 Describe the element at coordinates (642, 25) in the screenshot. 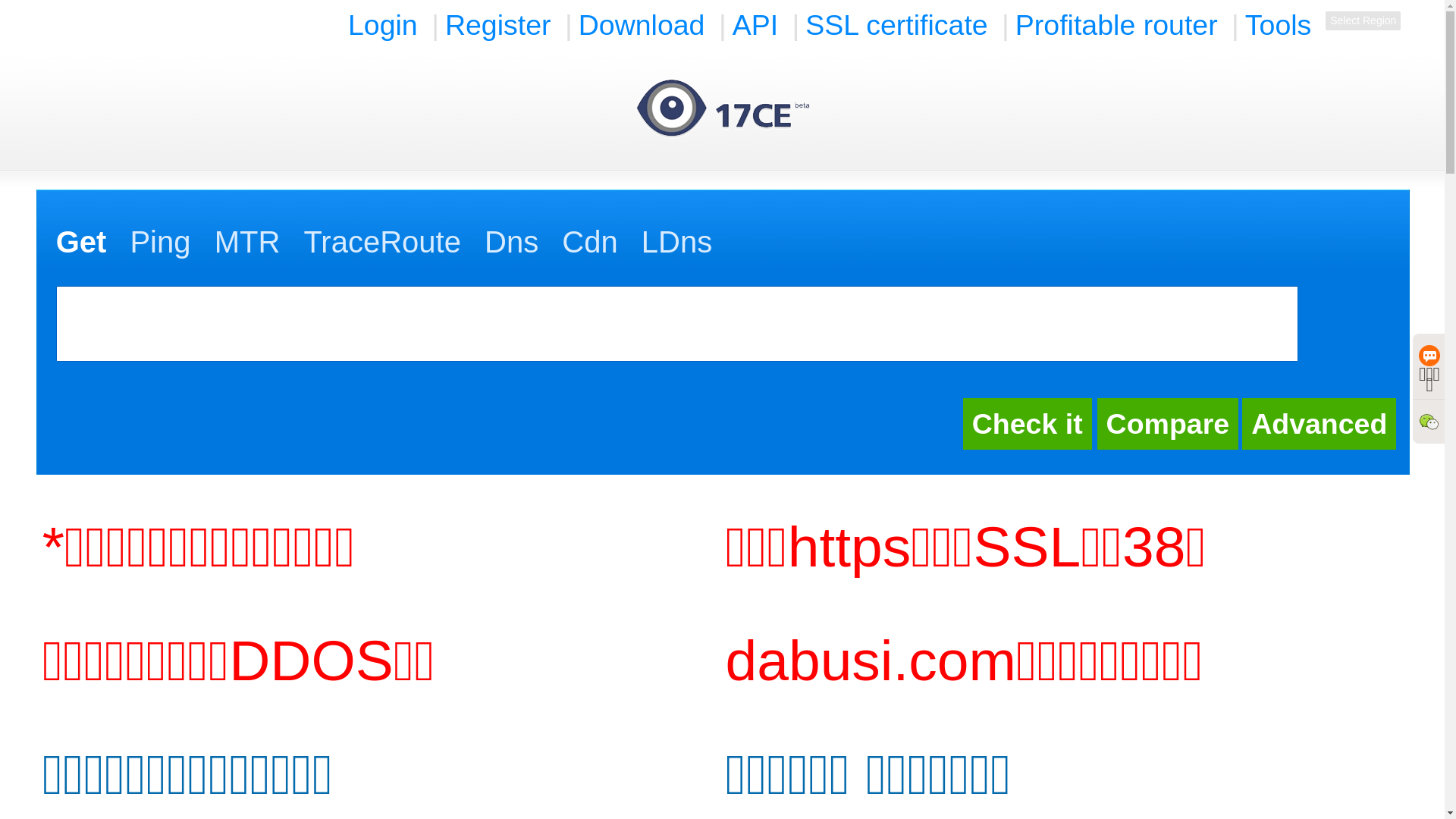

I see `'Download'` at that location.